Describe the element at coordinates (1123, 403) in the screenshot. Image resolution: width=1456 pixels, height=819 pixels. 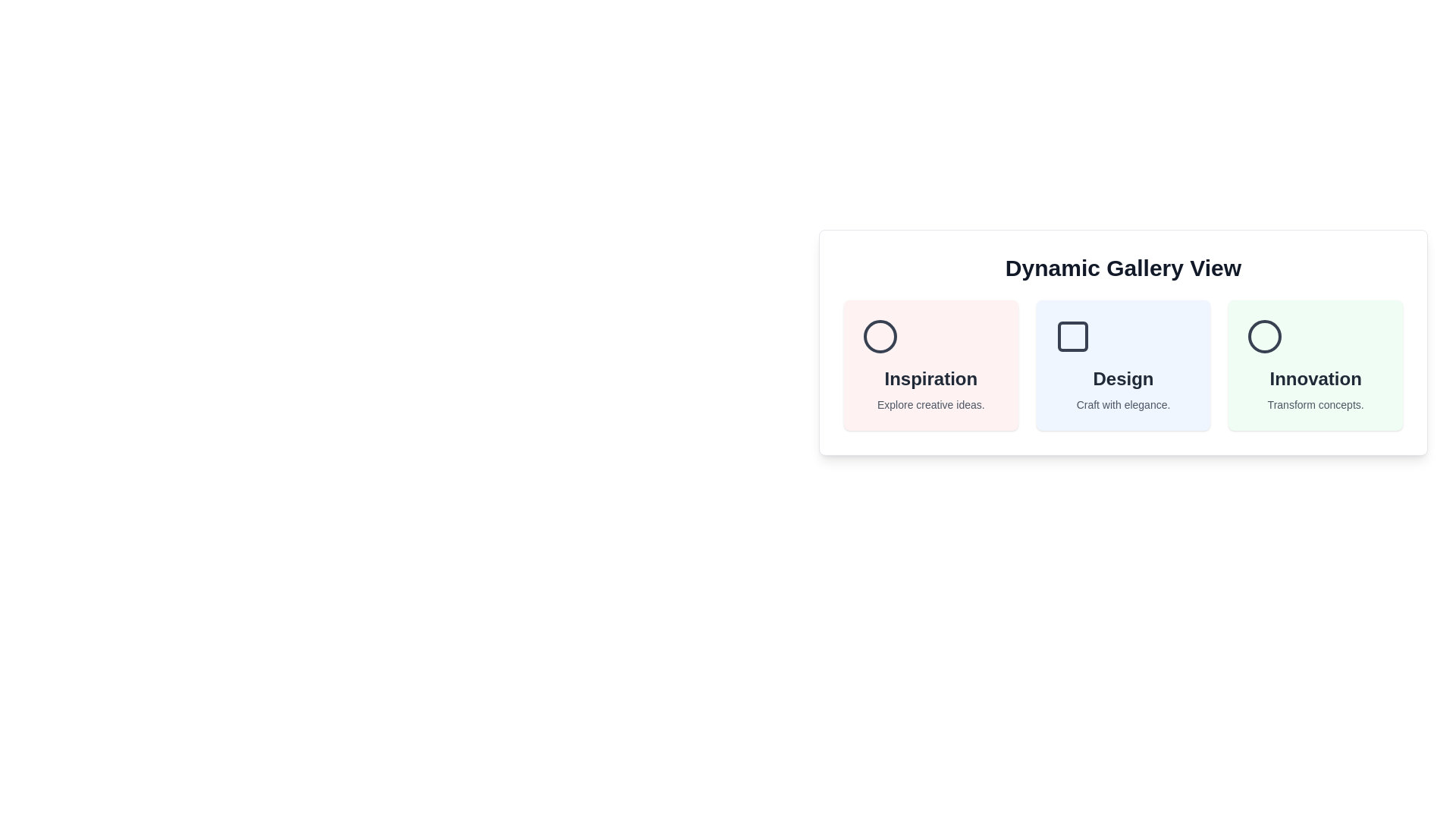
I see `the static text element that provides additional context for the 'Design' category, located beneath the 'Design' heading and within the blue box` at that location.